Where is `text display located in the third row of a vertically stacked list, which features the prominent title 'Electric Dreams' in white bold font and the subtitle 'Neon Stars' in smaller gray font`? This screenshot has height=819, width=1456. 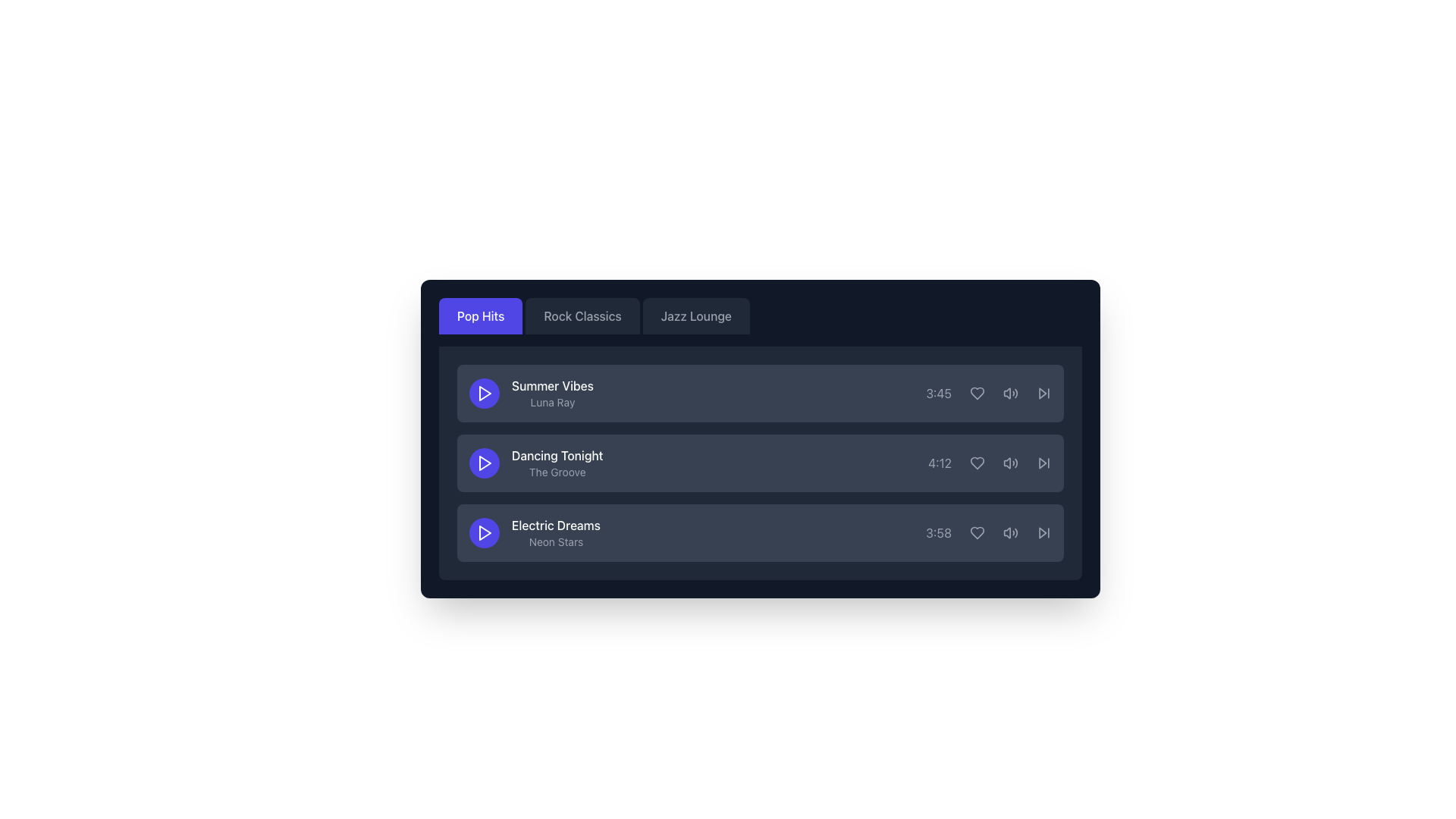 text display located in the third row of a vertically stacked list, which features the prominent title 'Electric Dreams' in white bold font and the subtitle 'Neon Stars' in smaller gray font is located at coordinates (555, 532).